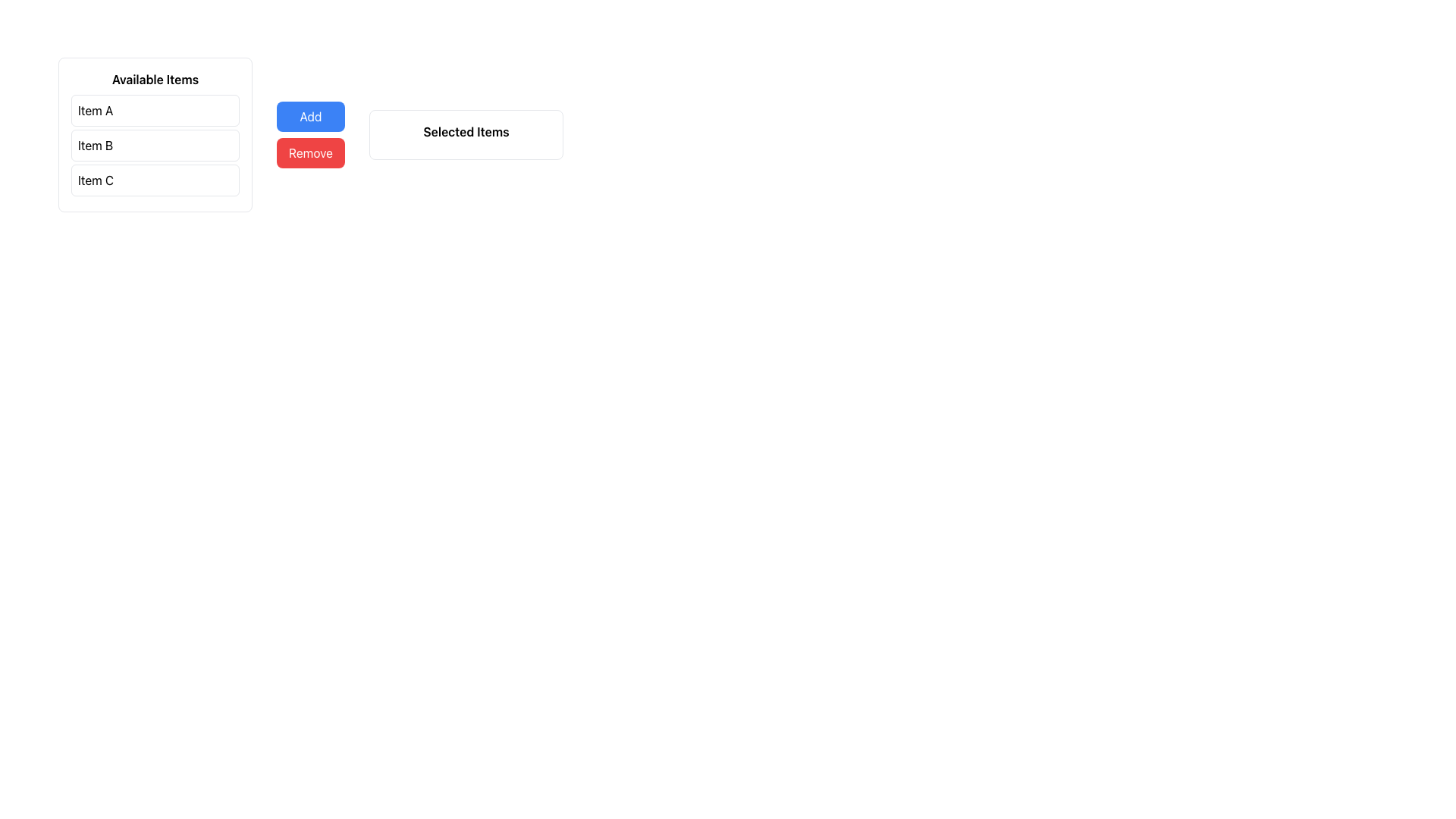  I want to click on the header text label that clearly labels the section containing a list of available items, so click(155, 79).